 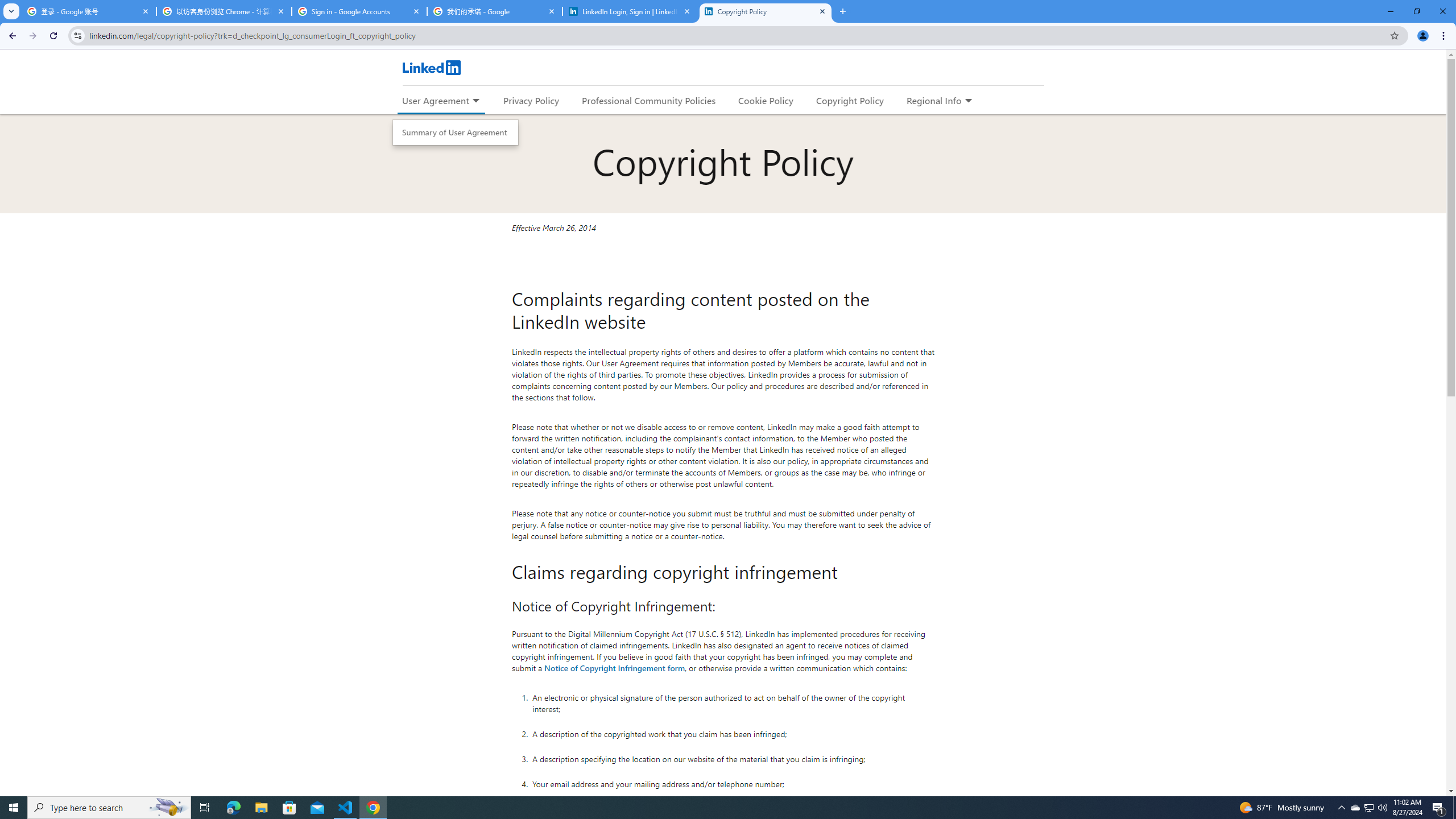 I want to click on 'Regional Info', so click(x=934, y=100).